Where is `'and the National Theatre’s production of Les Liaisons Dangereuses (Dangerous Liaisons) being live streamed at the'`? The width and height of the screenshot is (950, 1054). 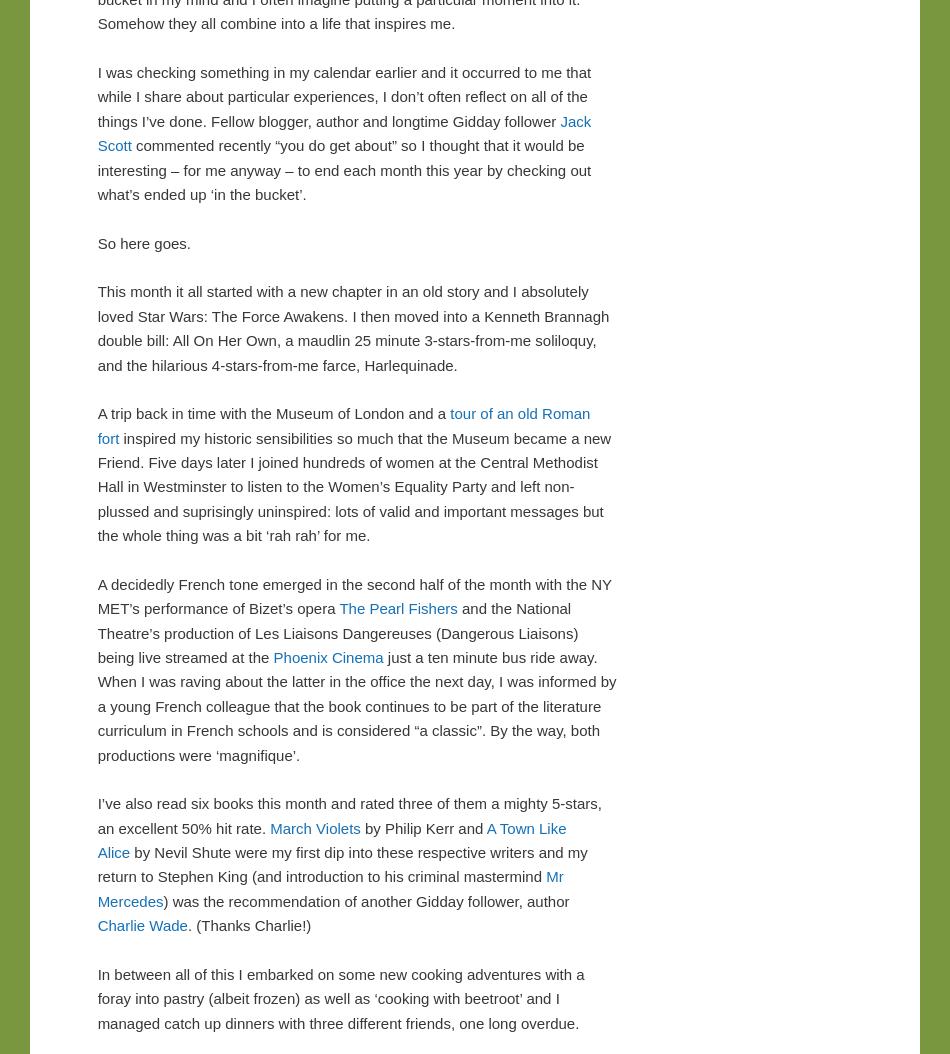
'and the National Theatre’s production of Les Liaisons Dangereuses (Dangerous Liaisons) being live streamed at the' is located at coordinates (336, 633).